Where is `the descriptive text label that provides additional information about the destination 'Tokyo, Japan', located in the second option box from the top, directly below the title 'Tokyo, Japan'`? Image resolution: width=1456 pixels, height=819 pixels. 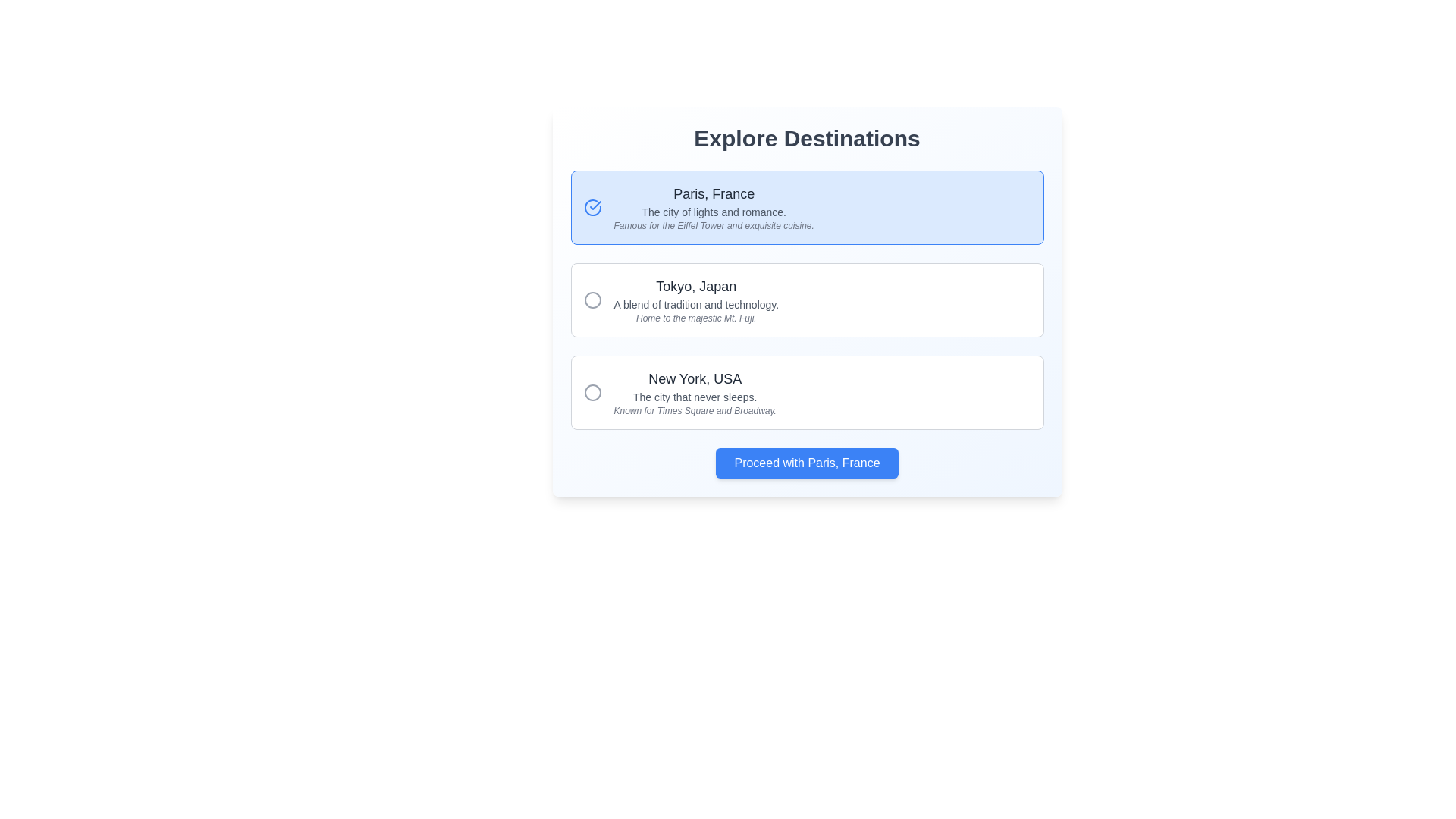 the descriptive text label that provides additional information about the destination 'Tokyo, Japan', located in the second option box from the top, directly below the title 'Tokyo, Japan' is located at coordinates (695, 304).